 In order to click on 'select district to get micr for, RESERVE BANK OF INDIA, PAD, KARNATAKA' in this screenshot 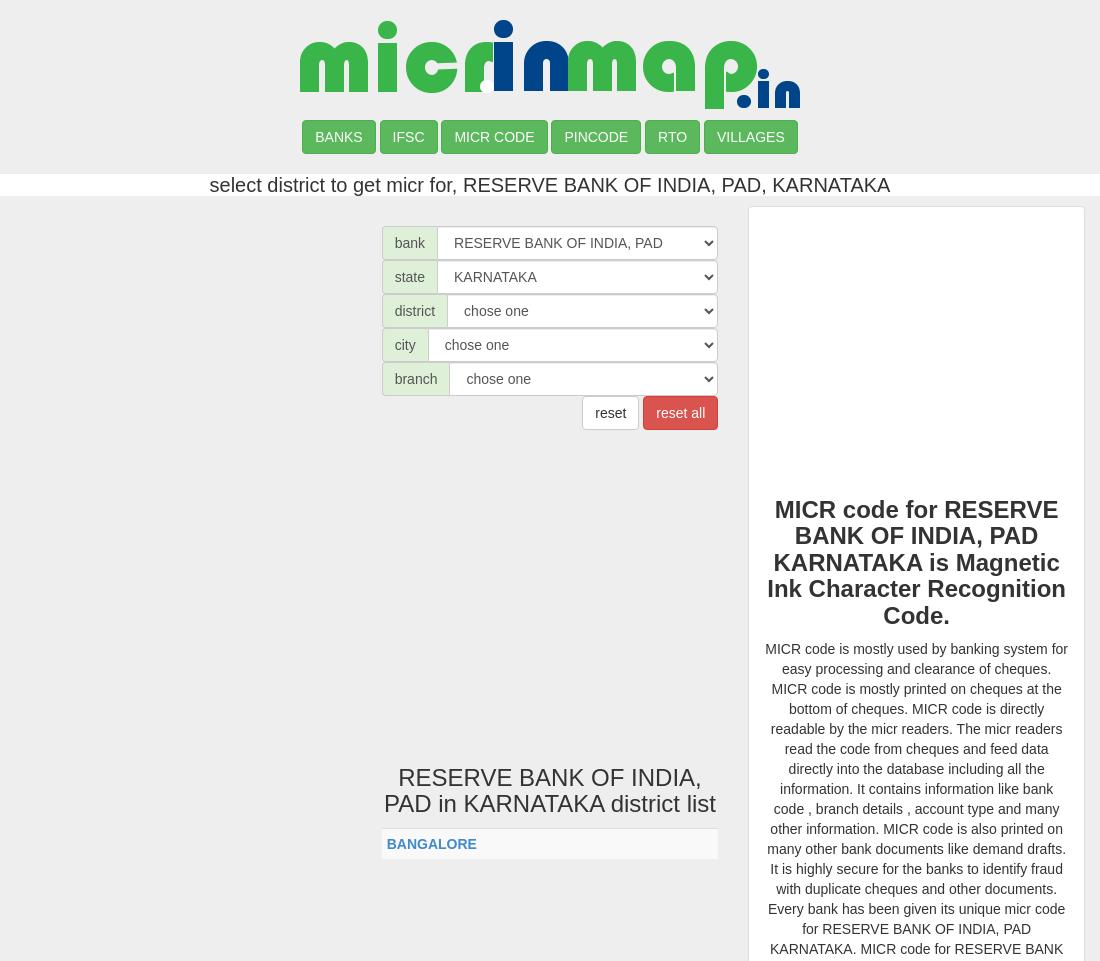, I will do `click(549, 184)`.